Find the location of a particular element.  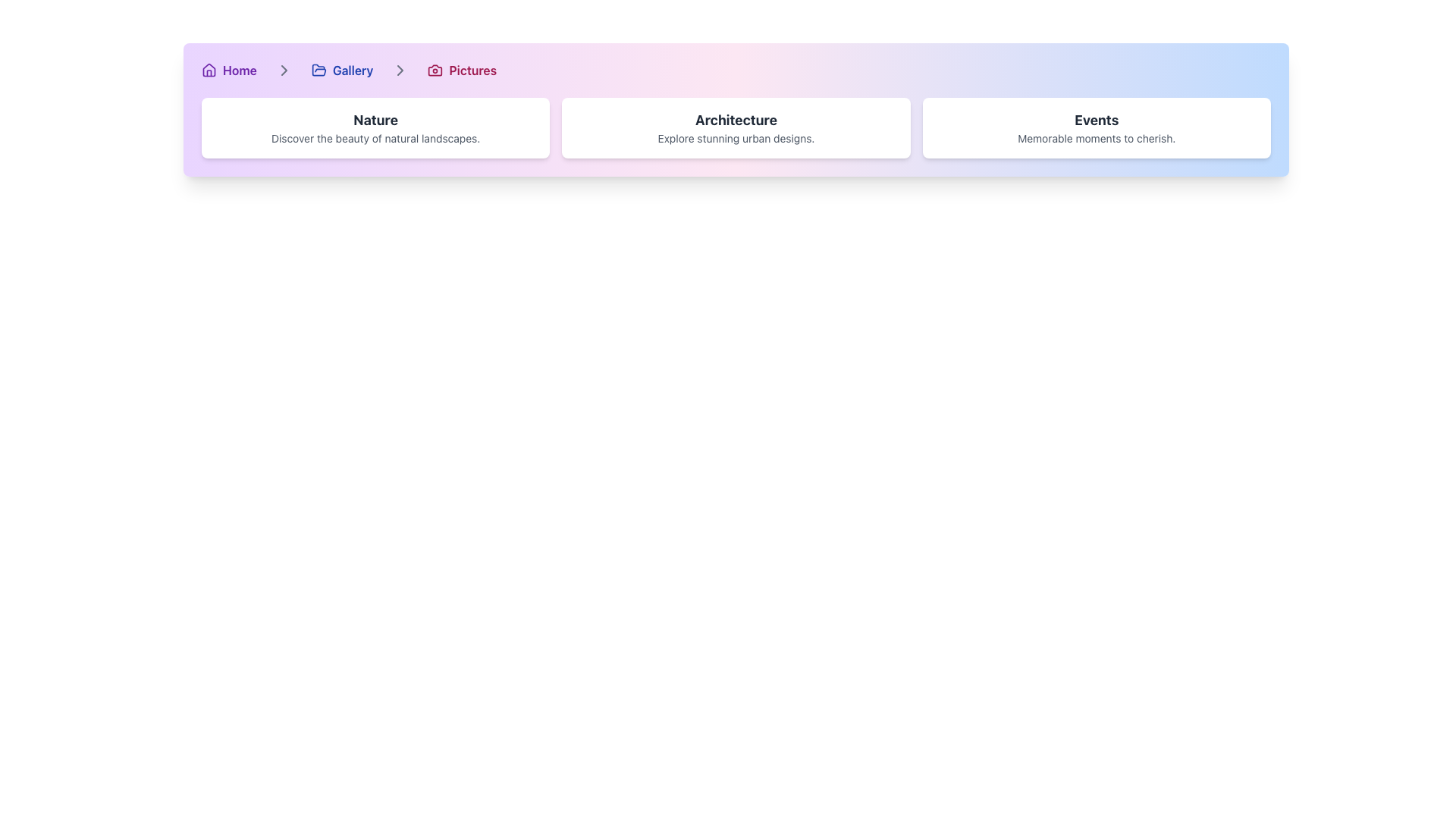

descriptive static text located below the 'Events' header in the rightmost card of the horizontally arranged series of cards is located at coordinates (1097, 138).